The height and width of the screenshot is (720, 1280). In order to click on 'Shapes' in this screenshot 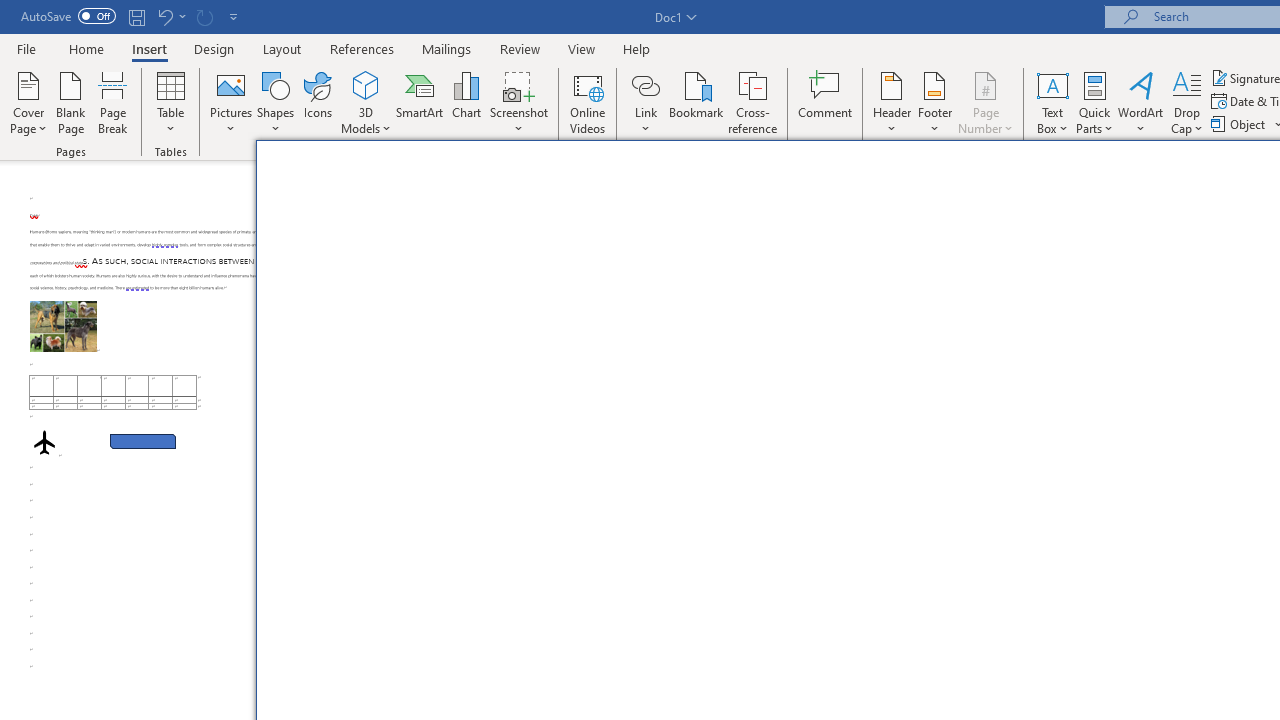, I will do `click(274, 103)`.